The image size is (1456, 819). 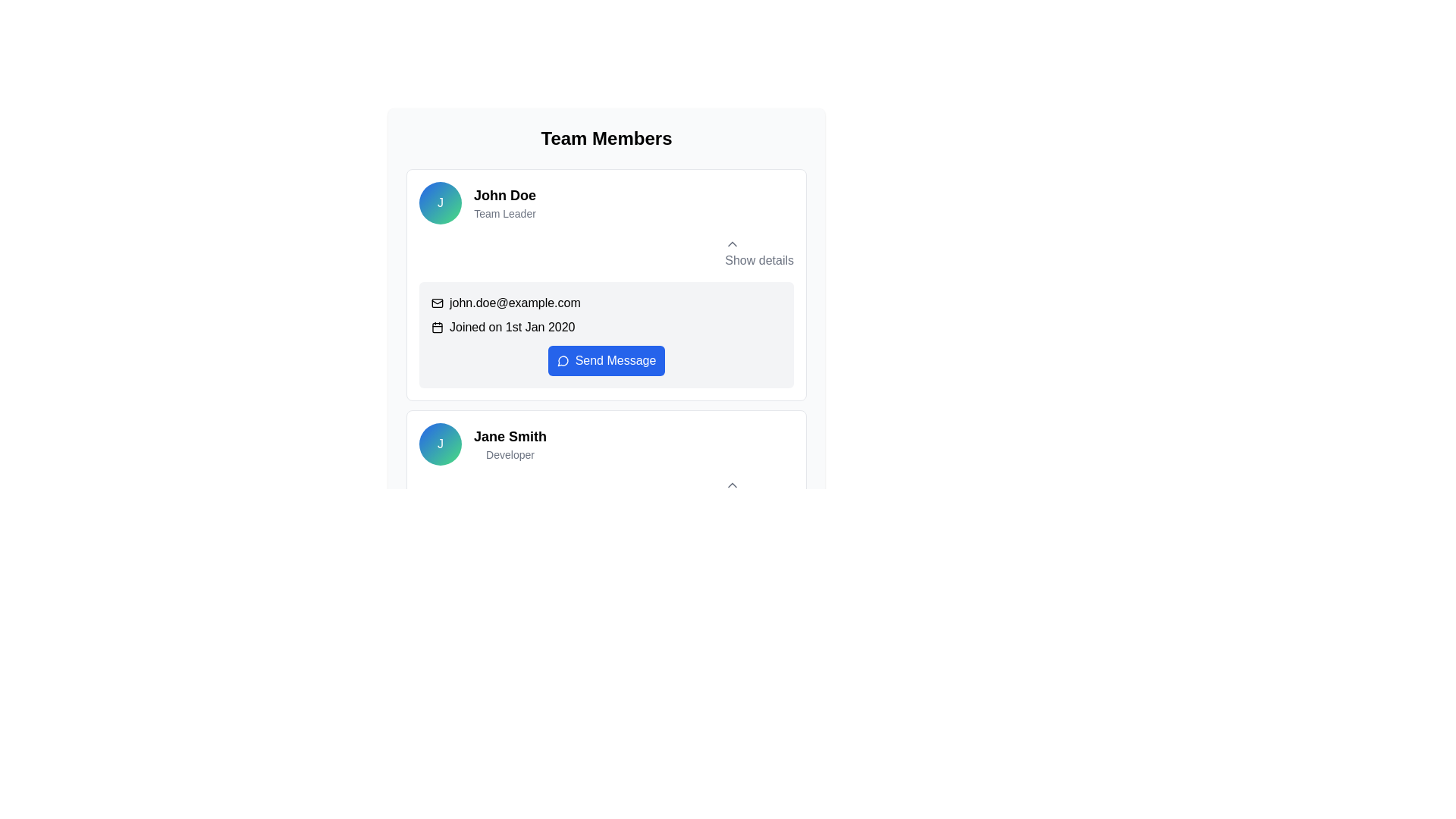 I want to click on the text label indicating the professional role of 'Jane Smith', which is positioned below her name in a card layout, so click(x=510, y=454).